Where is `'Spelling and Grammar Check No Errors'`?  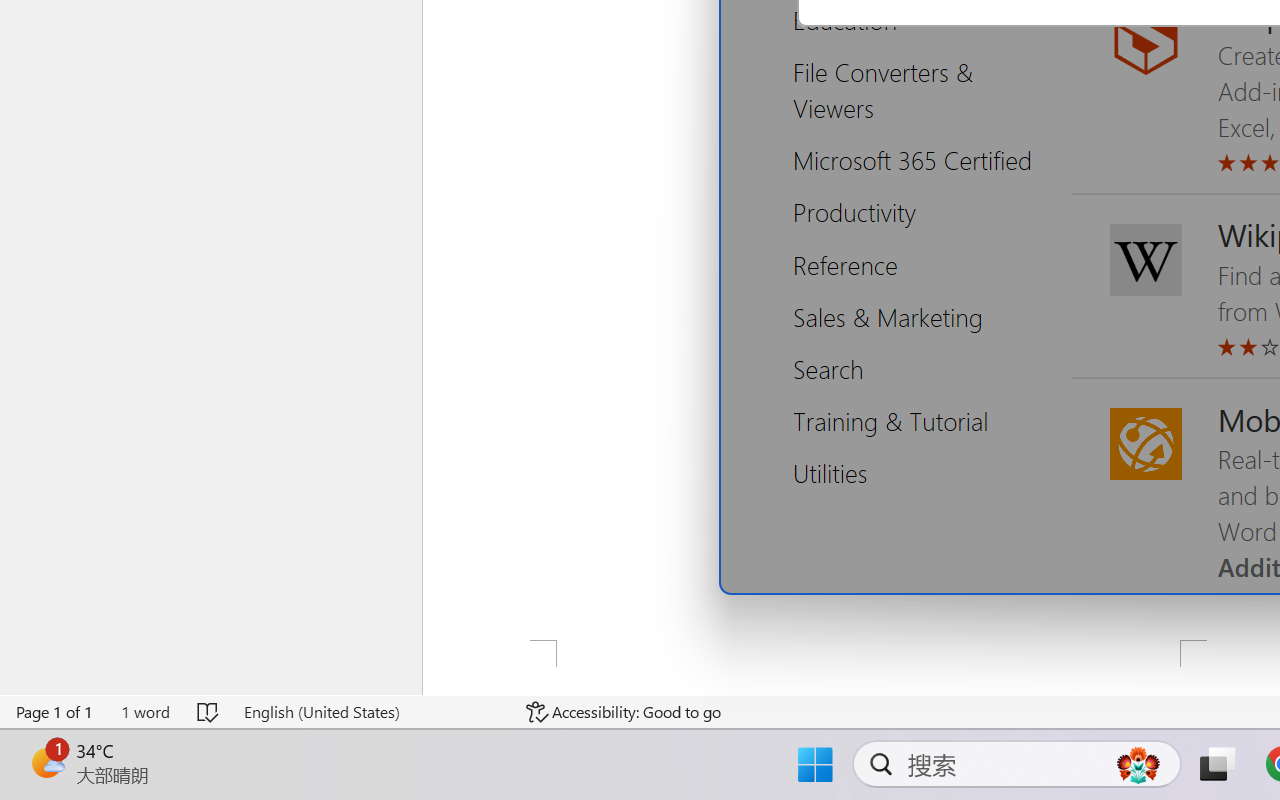
'Spelling and Grammar Check No Errors' is located at coordinates (209, 711).